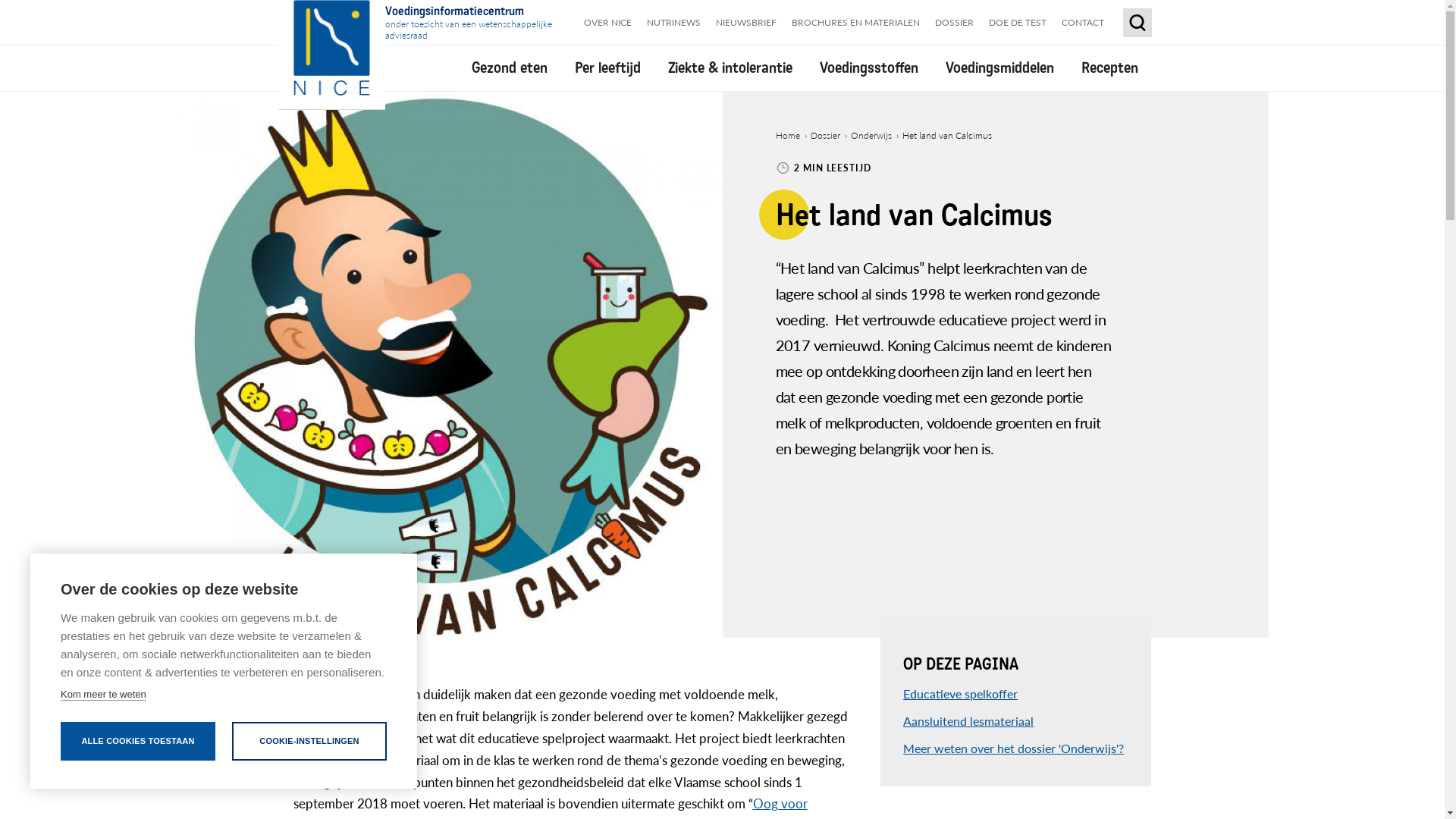 The height and width of the screenshot is (819, 1456). Describe the element at coordinates (959, 693) in the screenshot. I see `'Educatieve spelkoffer'` at that location.